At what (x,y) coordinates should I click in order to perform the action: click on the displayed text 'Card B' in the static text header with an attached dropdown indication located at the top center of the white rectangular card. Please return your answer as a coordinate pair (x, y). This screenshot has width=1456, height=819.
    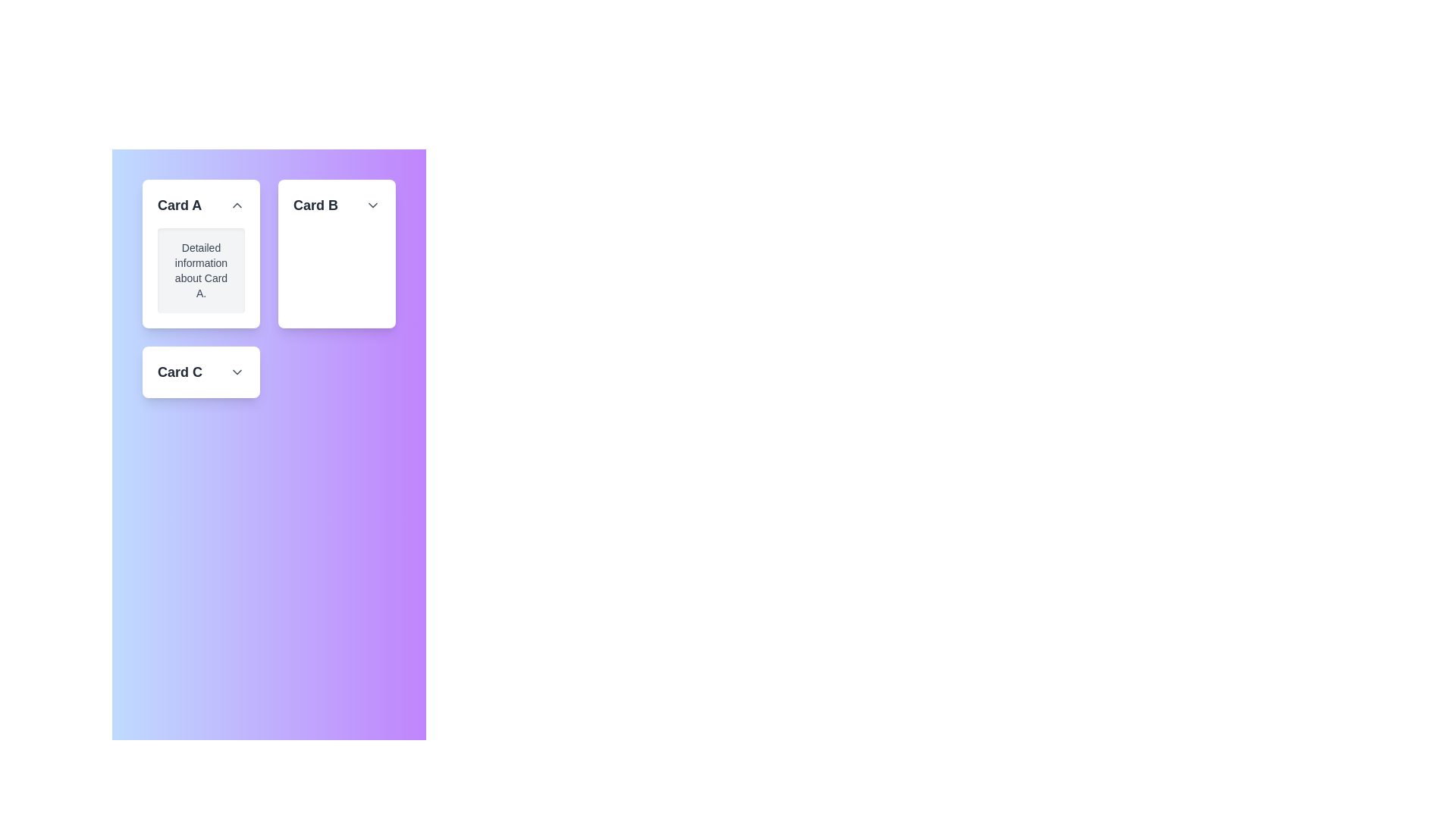
    Looking at the image, I should click on (336, 205).